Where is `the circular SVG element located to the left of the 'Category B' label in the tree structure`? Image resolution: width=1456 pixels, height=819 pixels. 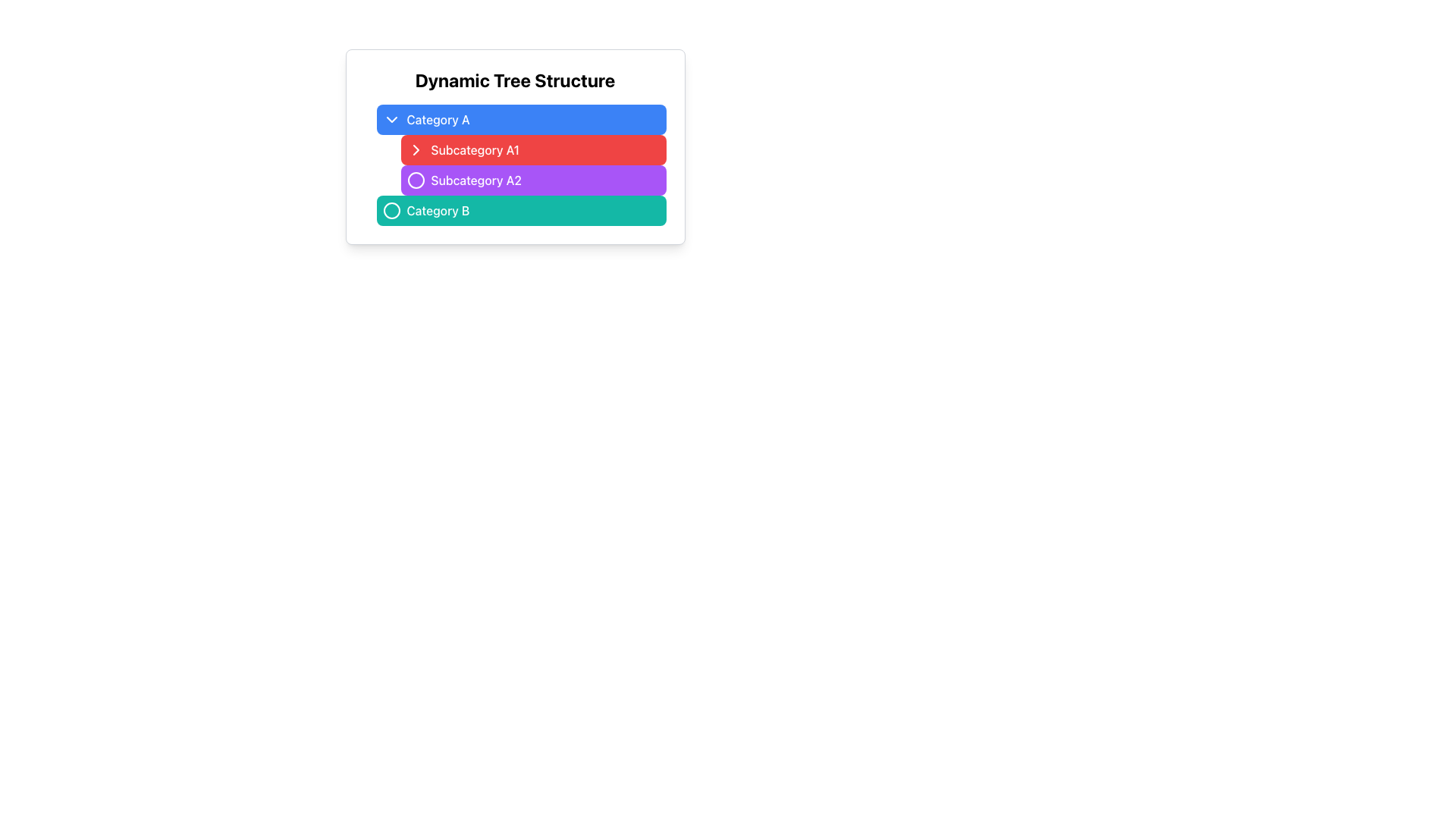
the circular SVG element located to the left of the 'Category B' label in the tree structure is located at coordinates (391, 210).